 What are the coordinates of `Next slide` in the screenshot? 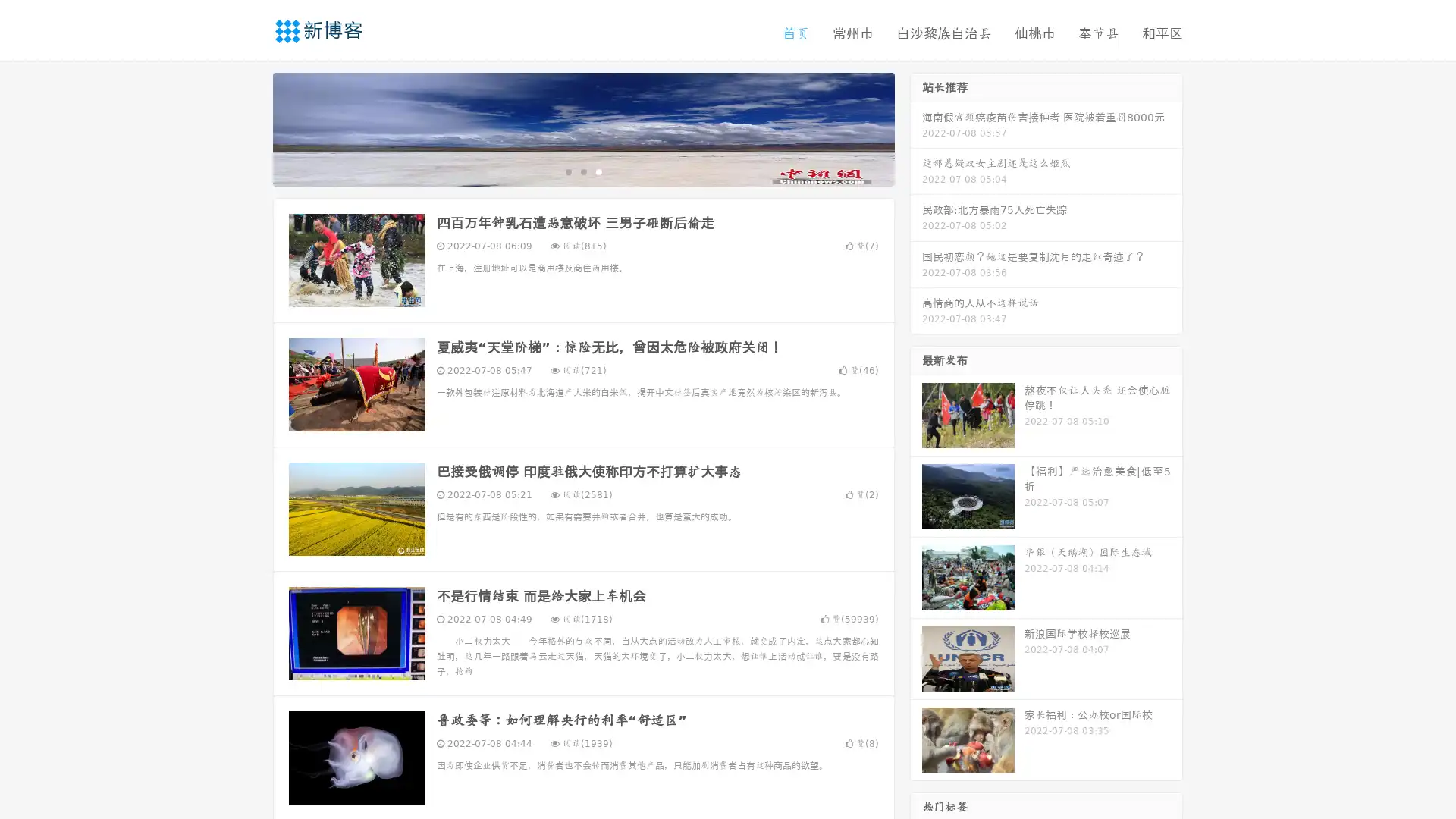 It's located at (916, 127).